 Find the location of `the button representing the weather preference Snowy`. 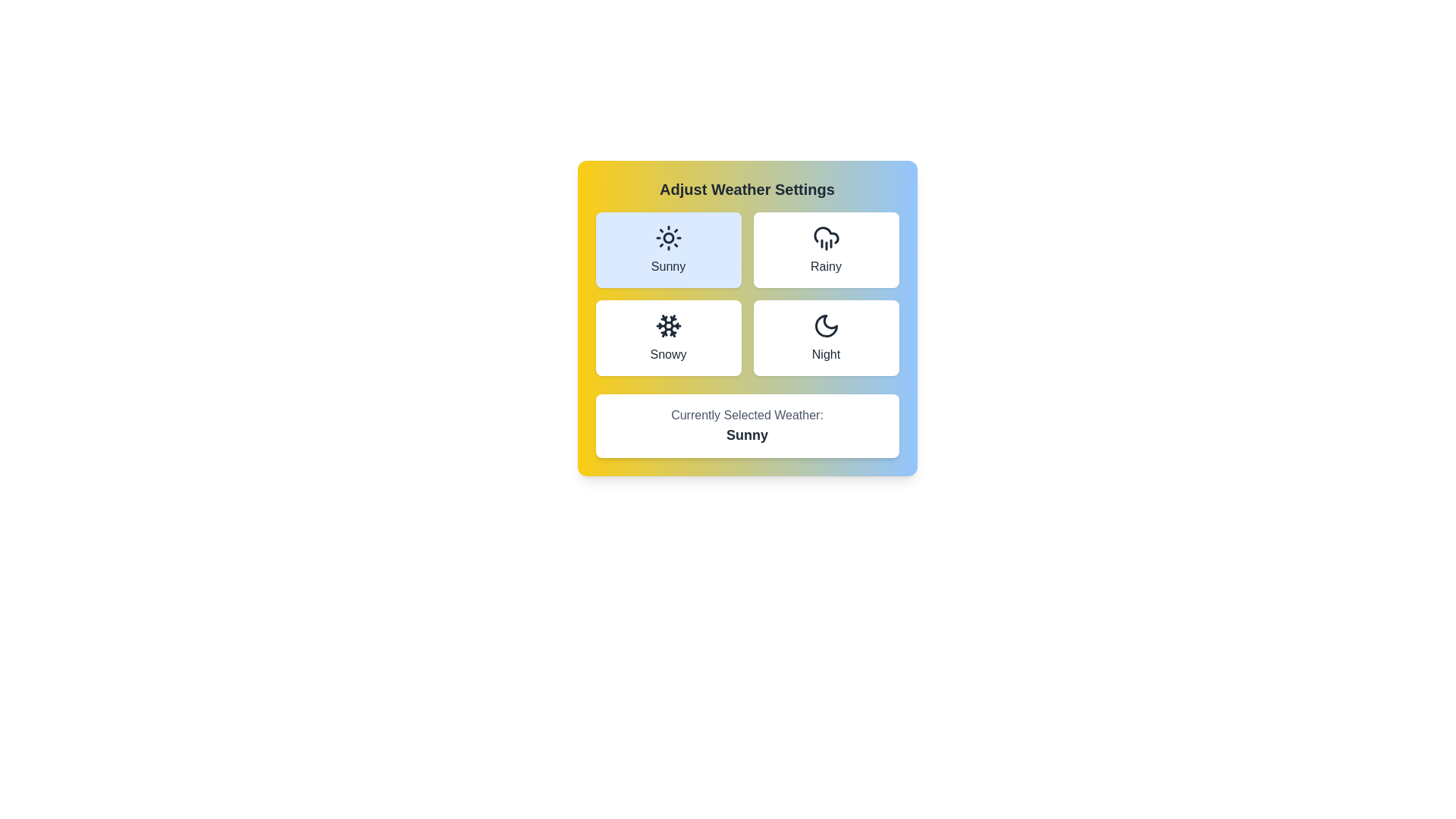

the button representing the weather preference Snowy is located at coordinates (667, 337).